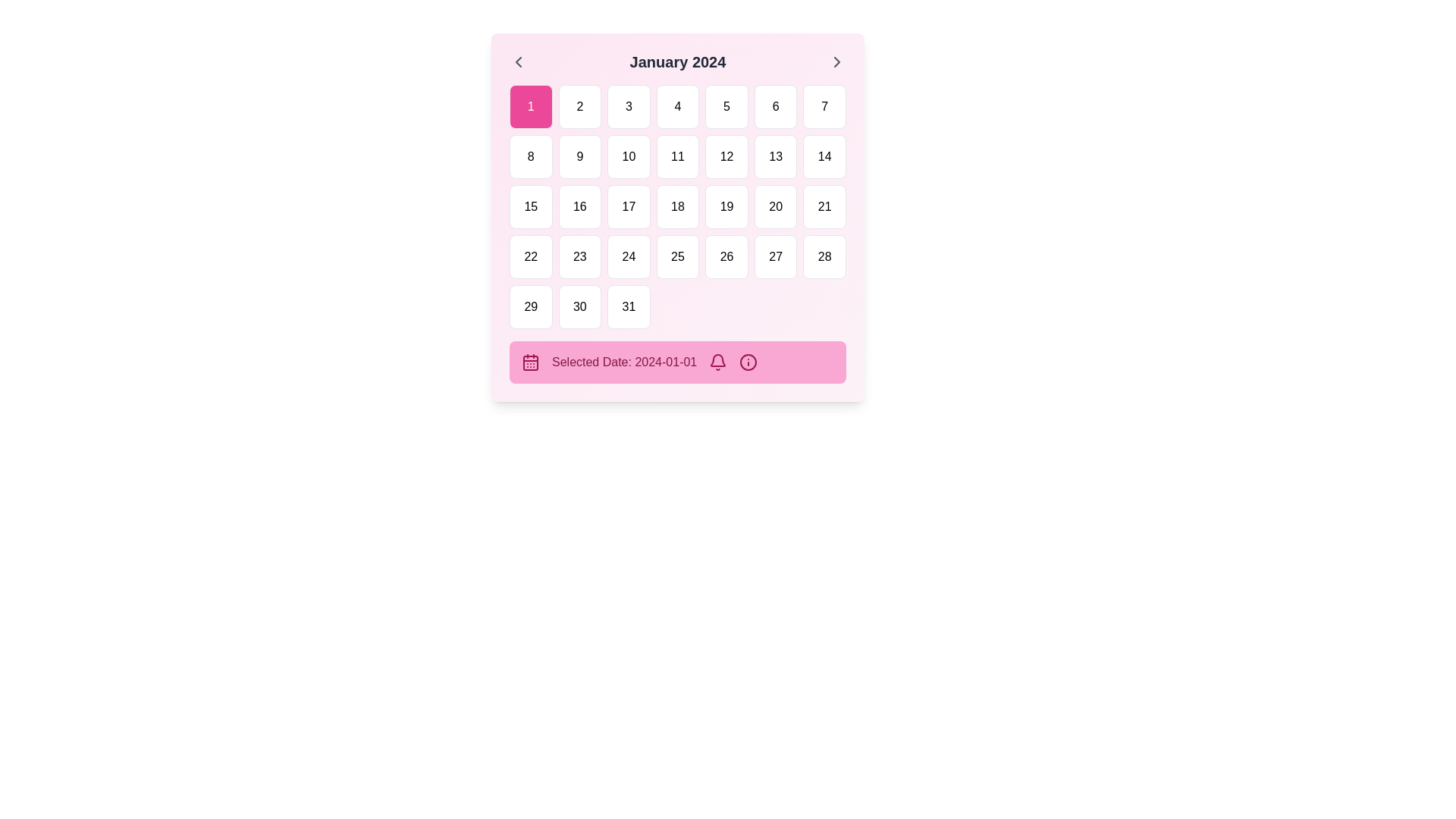  Describe the element at coordinates (776, 207) in the screenshot. I see `the calendar day box displaying the number '20'` at that location.